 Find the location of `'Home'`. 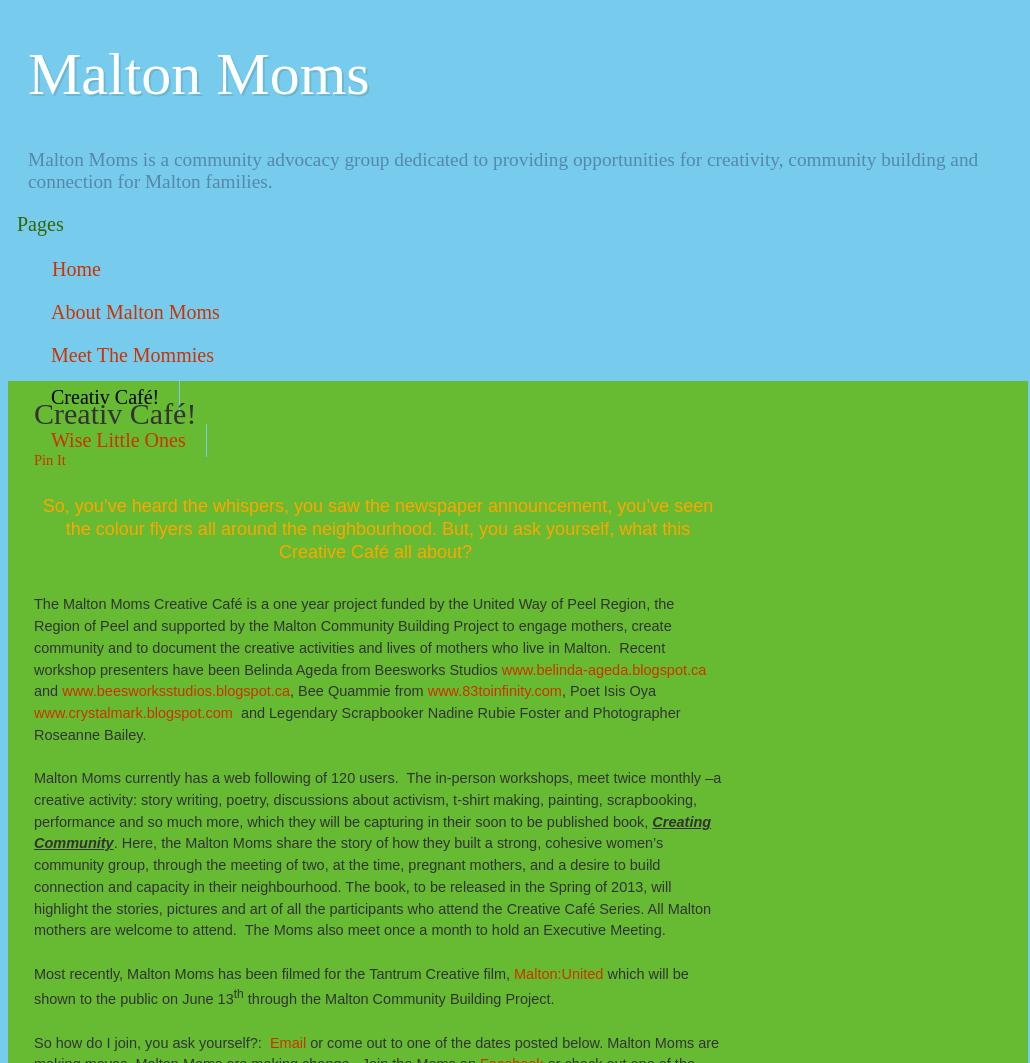

'Home' is located at coordinates (76, 269).